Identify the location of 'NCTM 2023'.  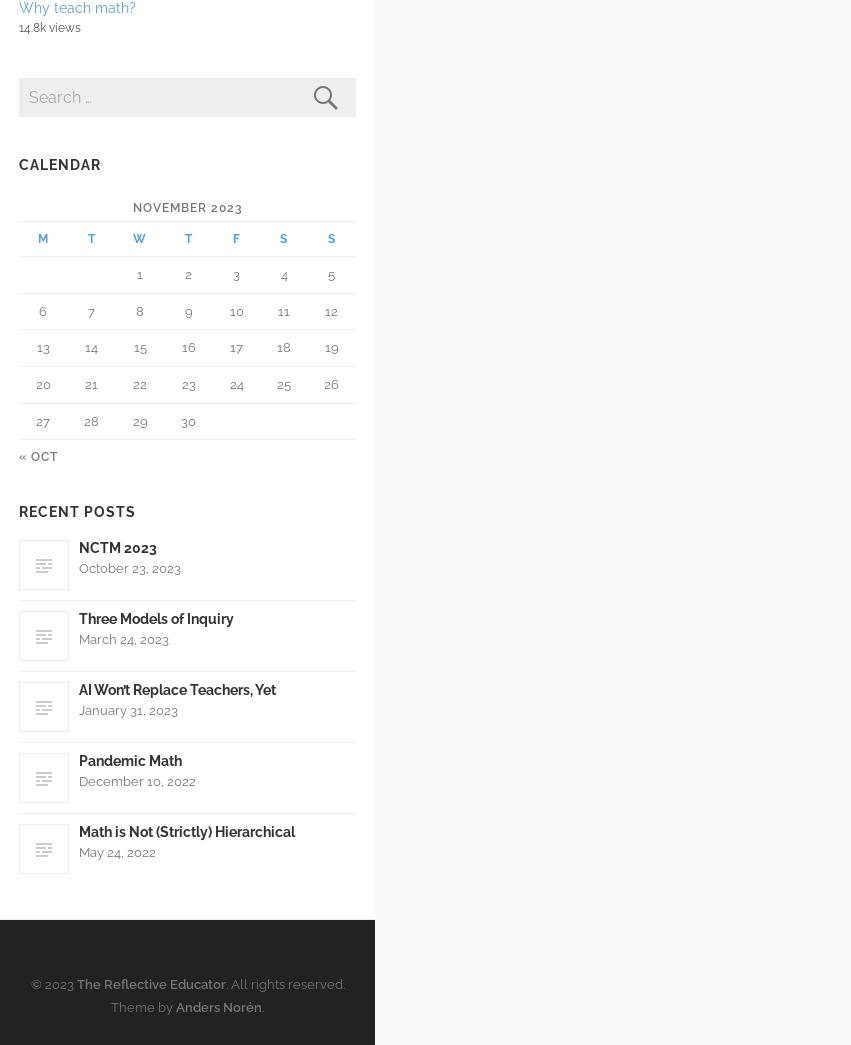
(117, 547).